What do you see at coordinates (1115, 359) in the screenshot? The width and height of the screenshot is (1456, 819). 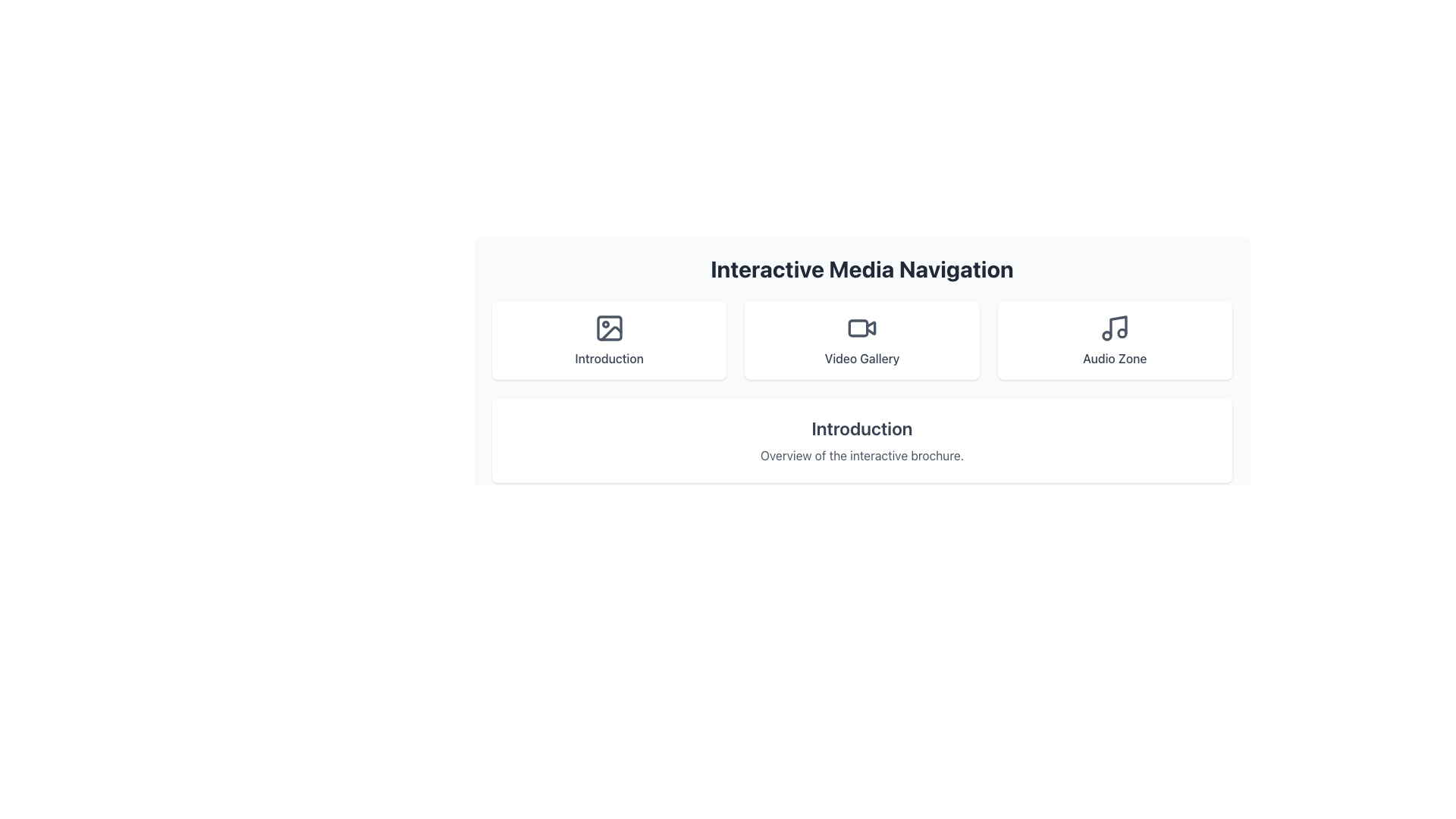 I see `the Static text label that describes the Audio Zone feature, located in the lower part of the third column of a grid, centered horizontally and below an icon` at bounding box center [1115, 359].